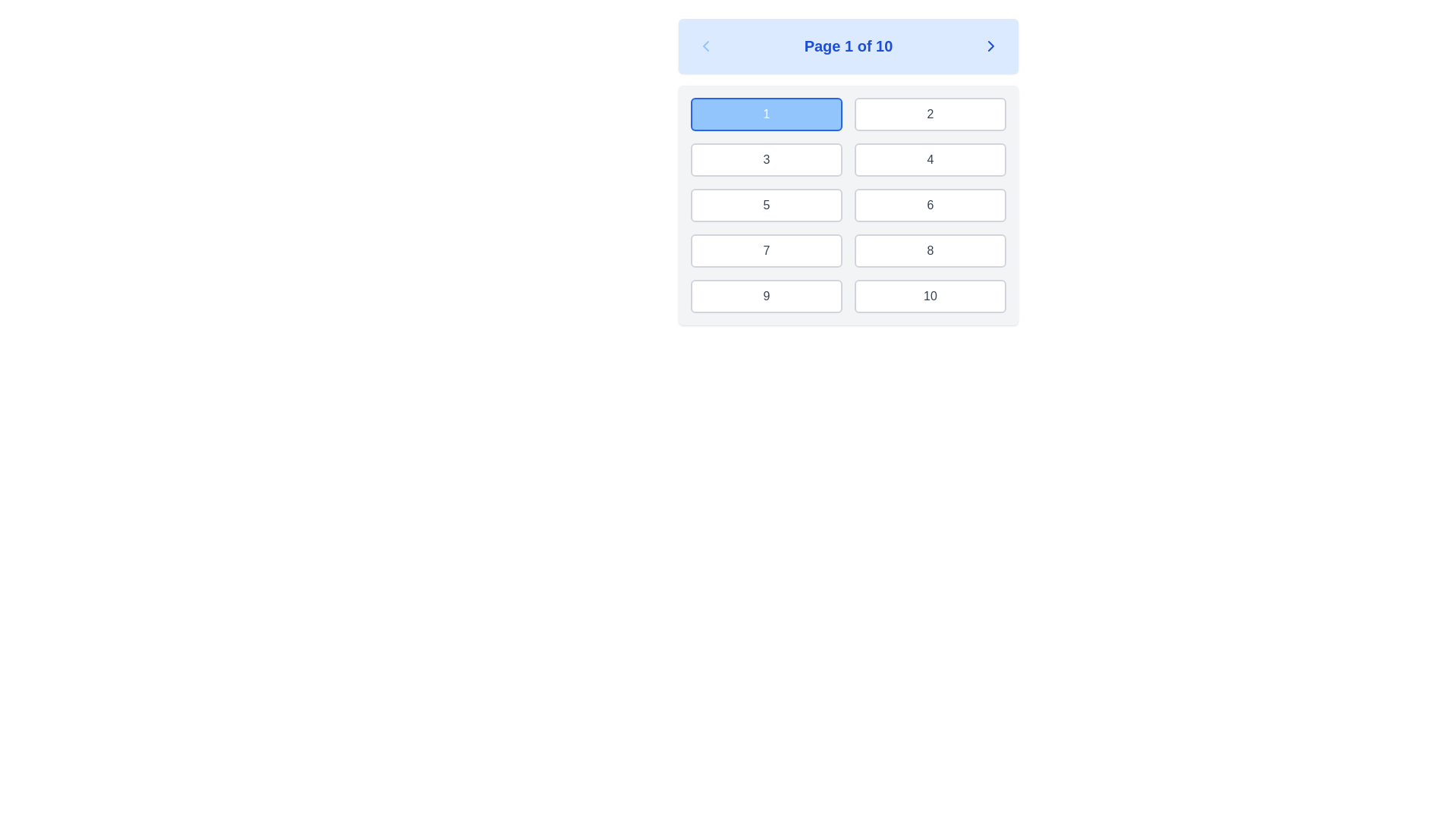 The width and height of the screenshot is (1456, 819). Describe the element at coordinates (990, 45) in the screenshot. I see `the button positioned to the far right within the blue header section of the pagination component` at that location.